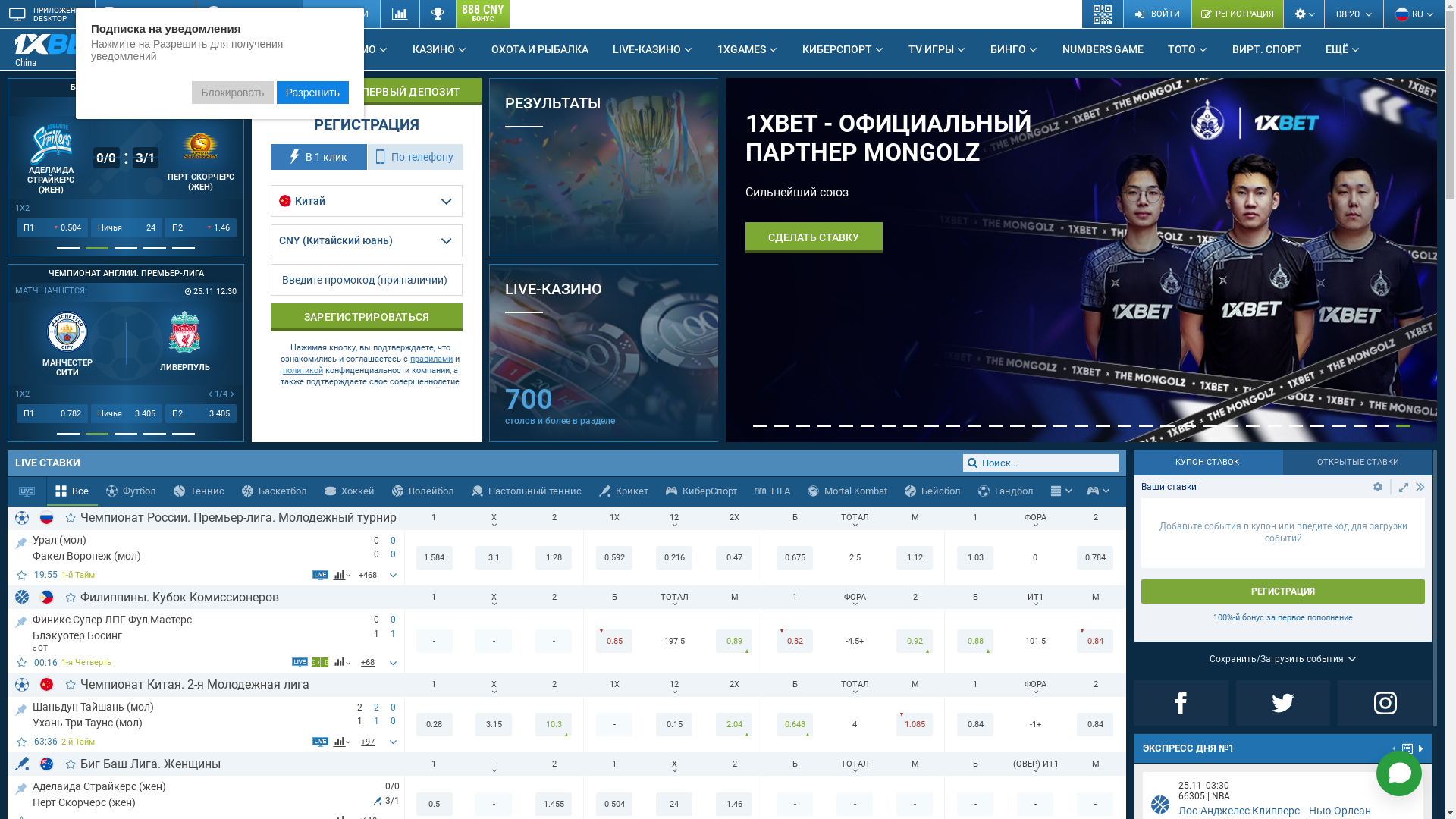 This screenshot has height=819, width=1456. Describe the element at coordinates (368, 662) in the screenshot. I see `'+66'` at that location.